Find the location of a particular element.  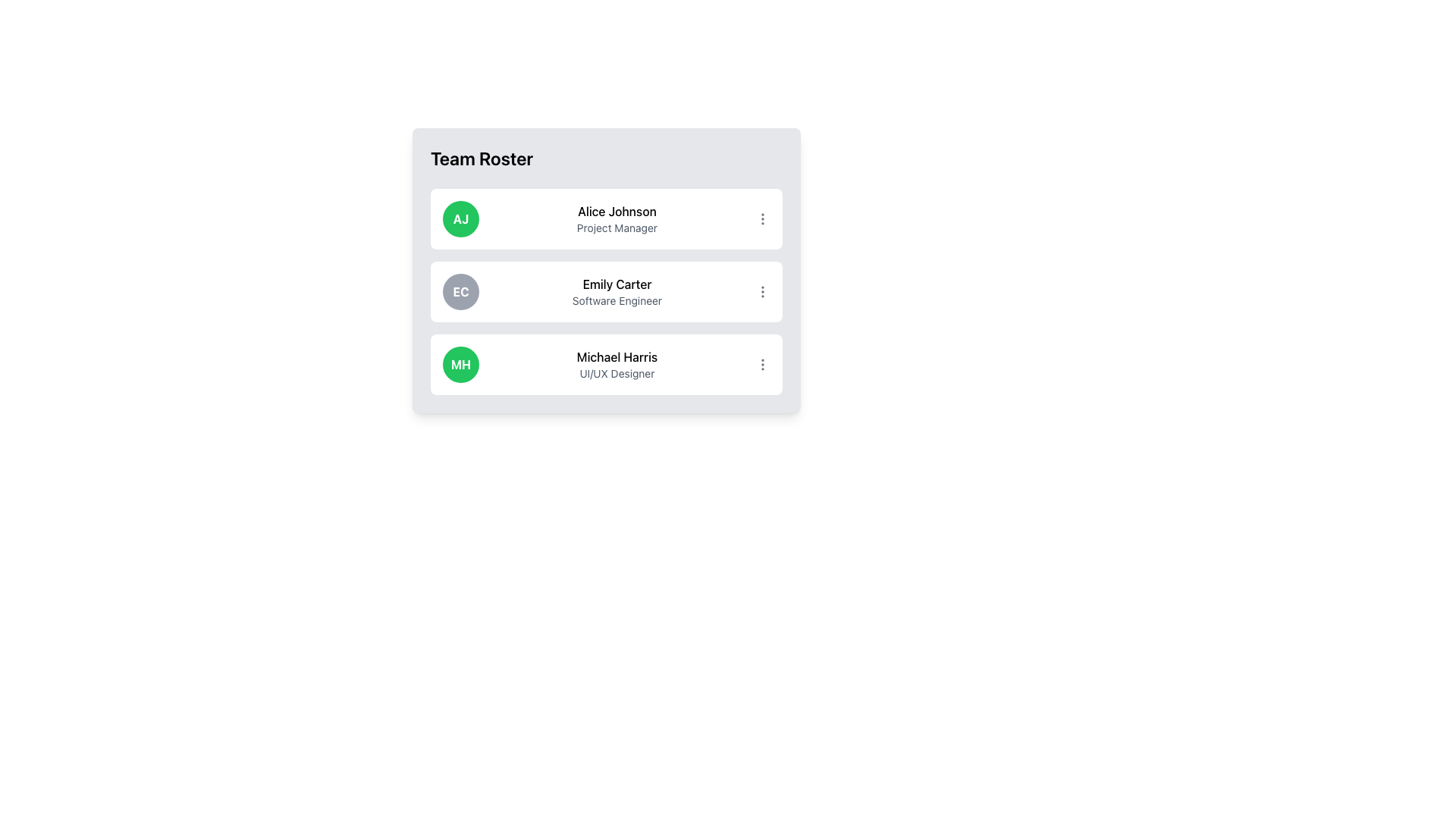

the text block displaying 'Emily Carter' and 'Software Engineer', which is the second item in the 'Team Roster' panel, positioned centrally next to the circular avatar is located at coordinates (617, 292).